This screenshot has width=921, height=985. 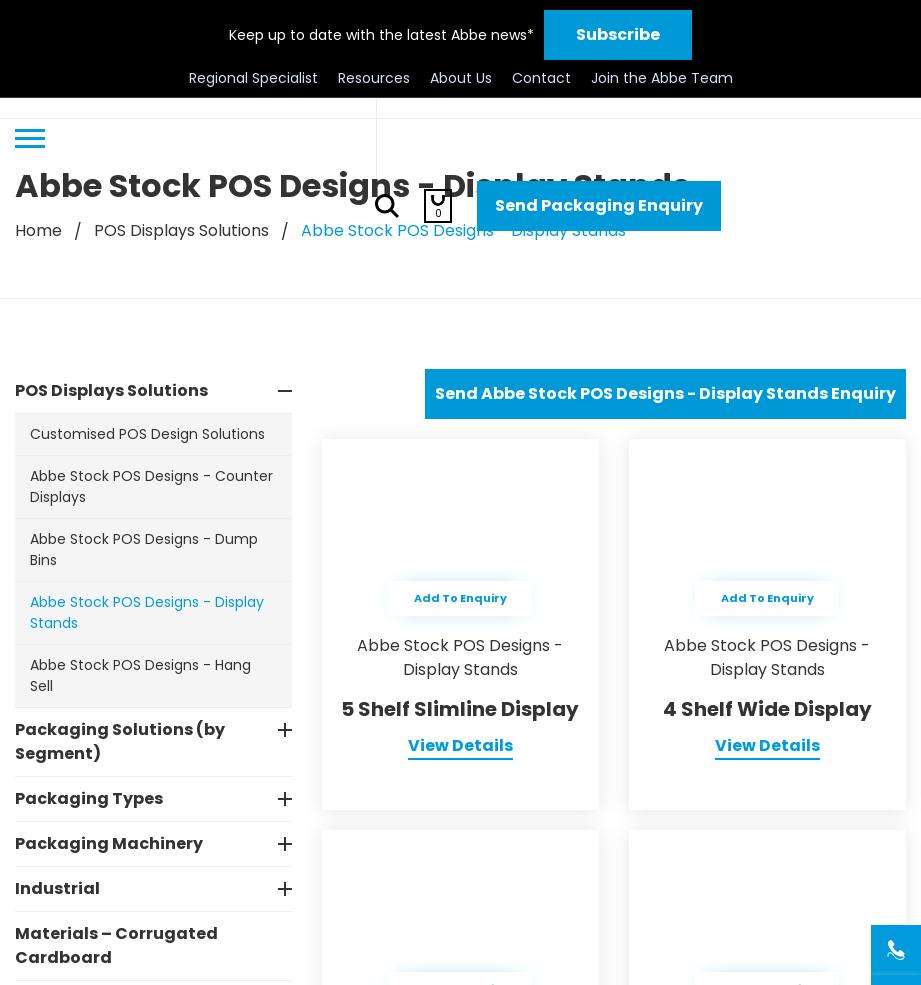 What do you see at coordinates (391, 191) in the screenshot?
I see `'In The Community'` at bounding box center [391, 191].